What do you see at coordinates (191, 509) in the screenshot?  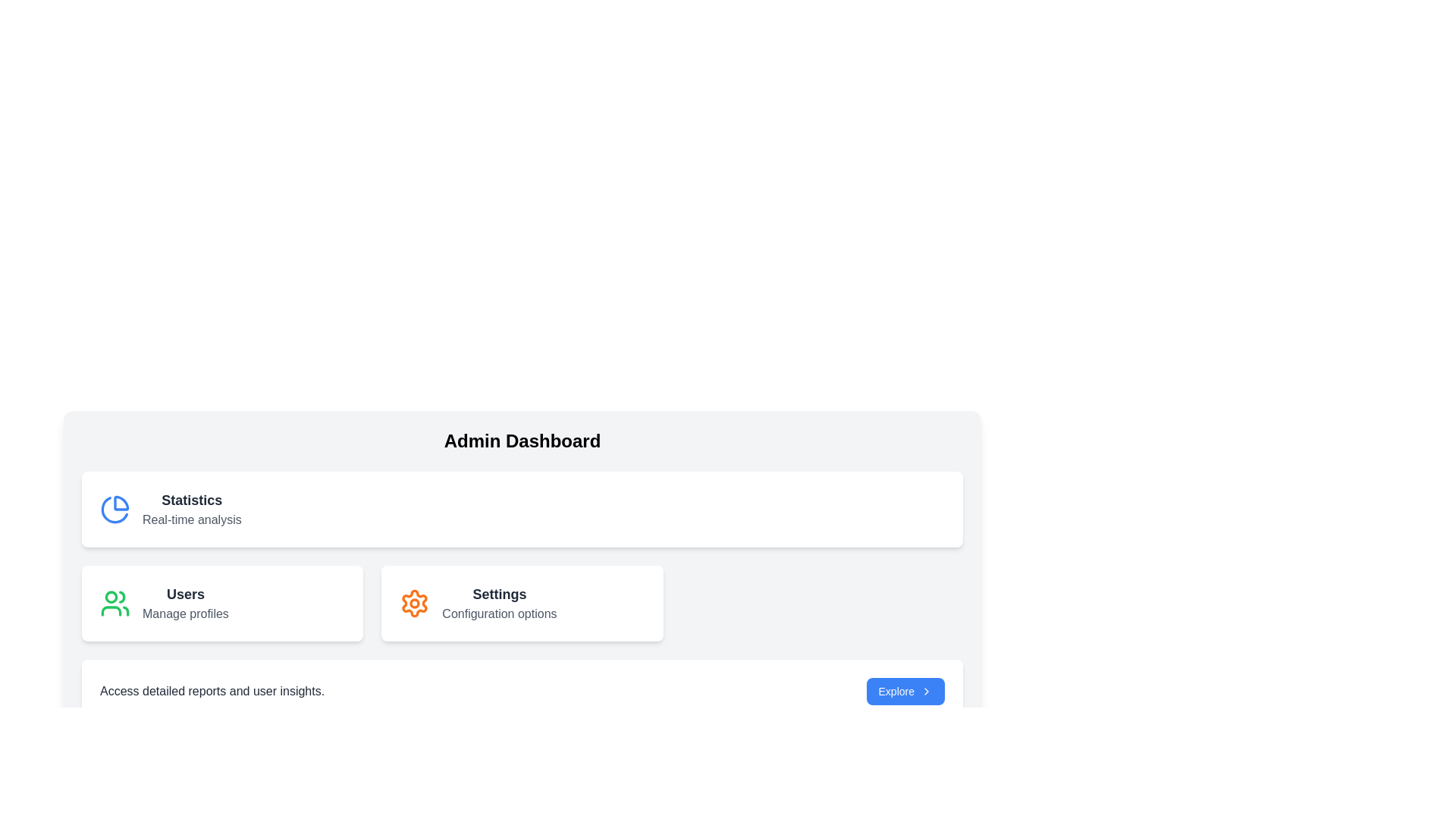 I see `the text block located in the first column of the three-column layout section below the 'Admin Dashboard' heading, which is to the immediate right of a circular pie chart icon, if interactive actions are available` at bounding box center [191, 509].